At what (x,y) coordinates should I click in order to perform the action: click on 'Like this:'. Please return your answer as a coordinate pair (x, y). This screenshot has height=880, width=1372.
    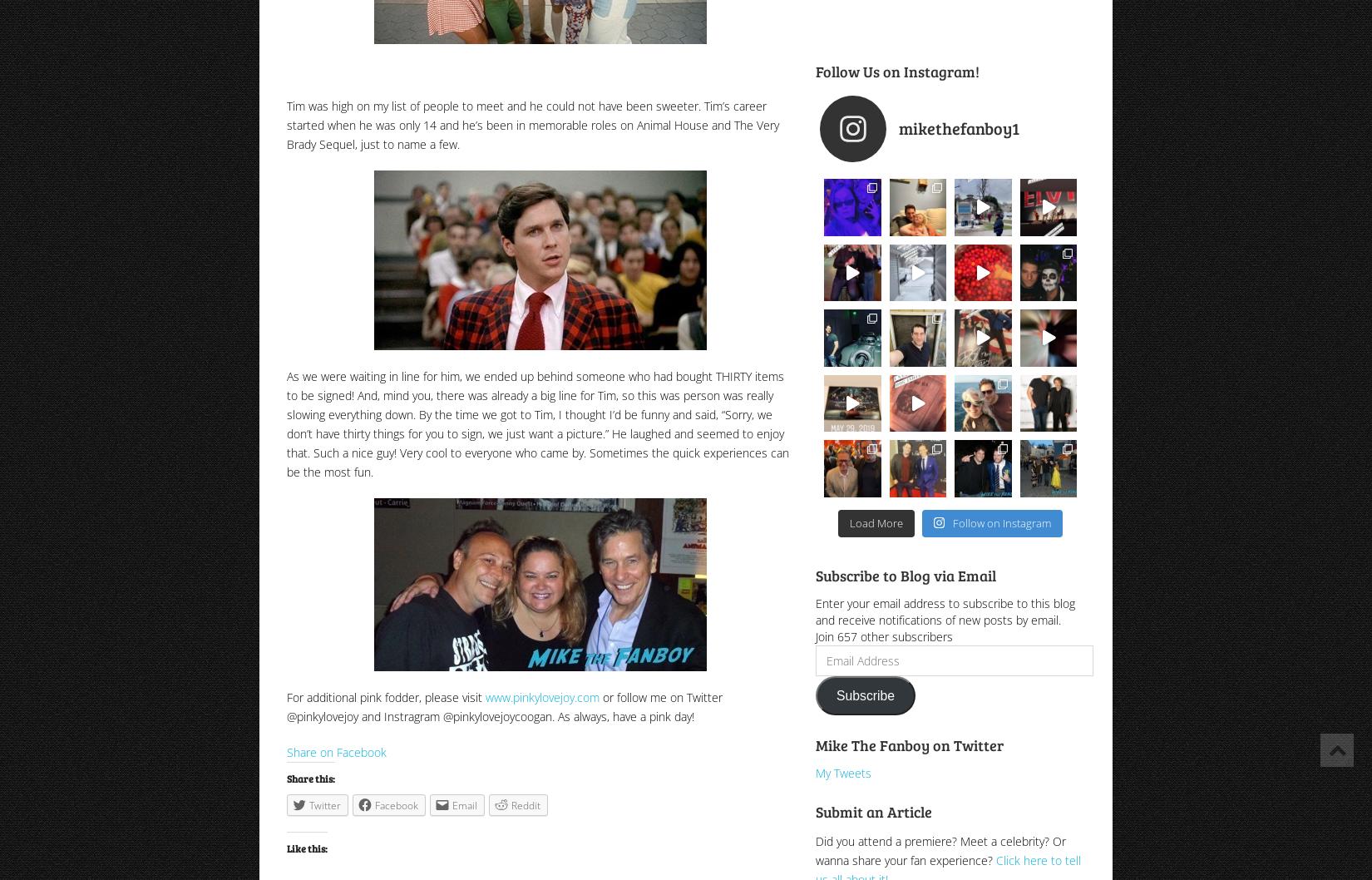
    Looking at the image, I should click on (287, 848).